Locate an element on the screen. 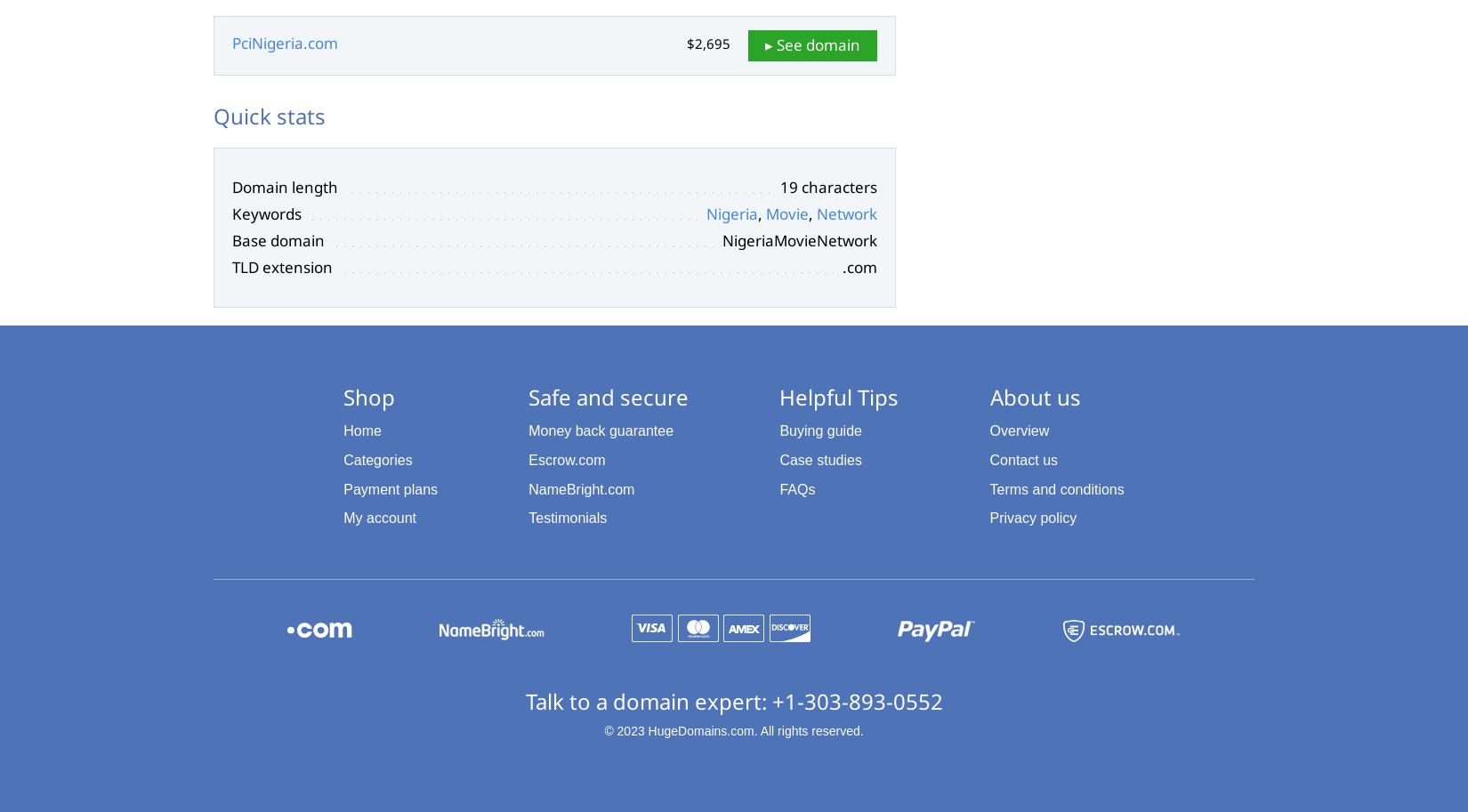  'Quick stats' is located at coordinates (269, 114).